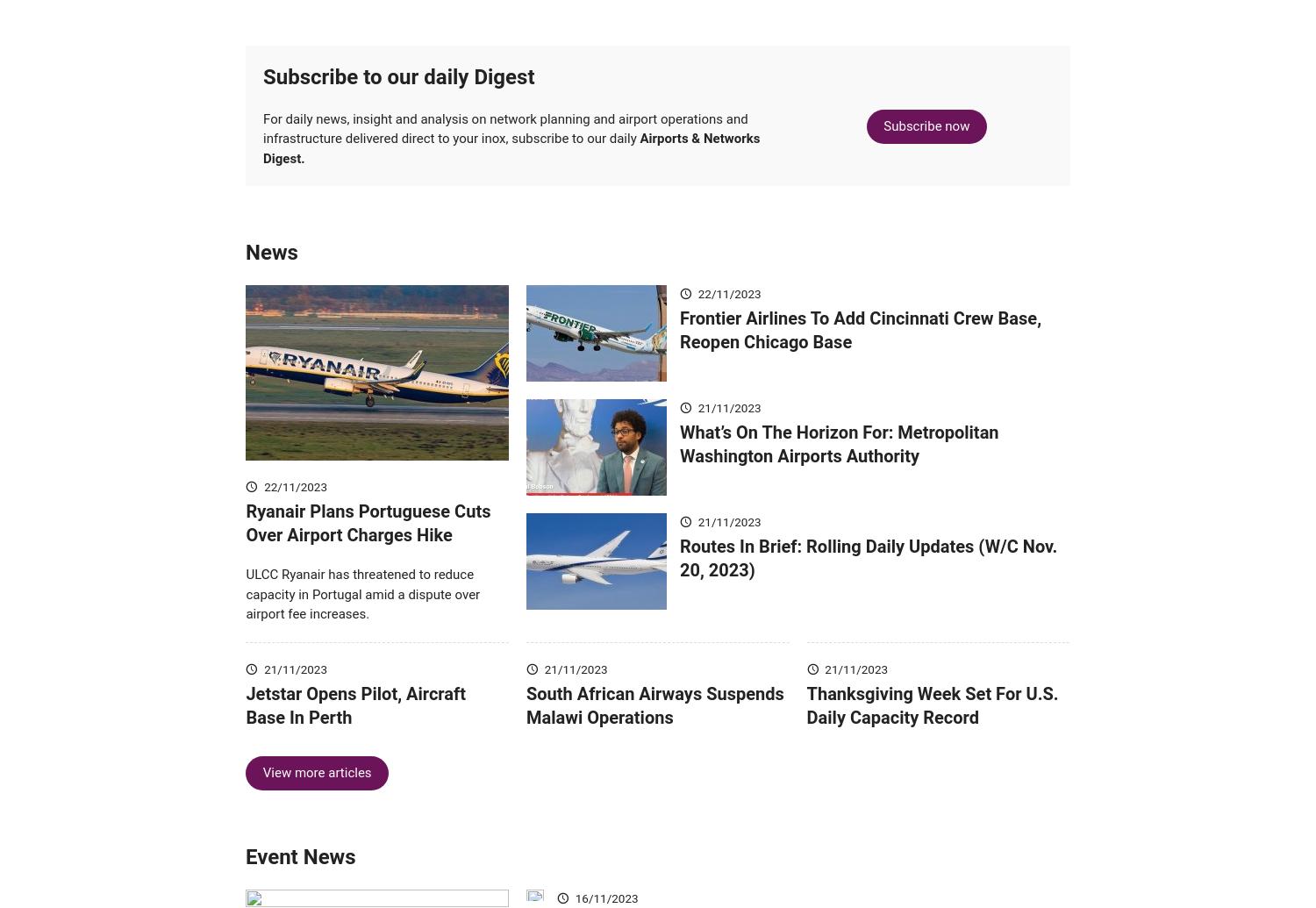 The image size is (1316, 908). What do you see at coordinates (263, 154) in the screenshot?
I see `'For daily news, insight and analysis on network planning and airport operations and infrastructure delivered direct to your inox, subscribe to our daily'` at bounding box center [263, 154].